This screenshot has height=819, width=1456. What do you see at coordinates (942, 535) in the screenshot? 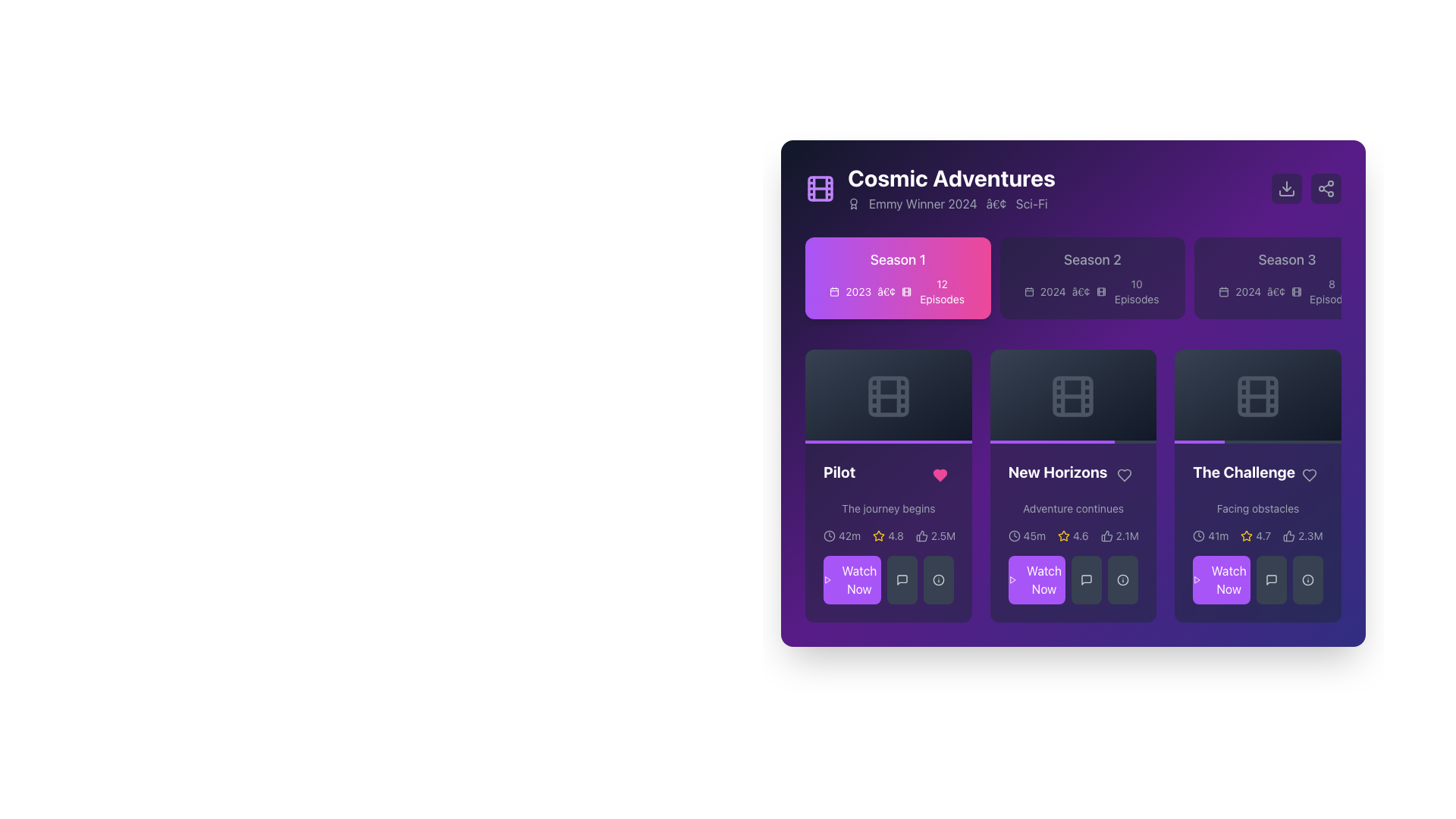
I see `the text label displaying '2.5M' which is part of the 'Pilot' card at the bottom section, located in the first column of a three-column layout` at bounding box center [942, 535].